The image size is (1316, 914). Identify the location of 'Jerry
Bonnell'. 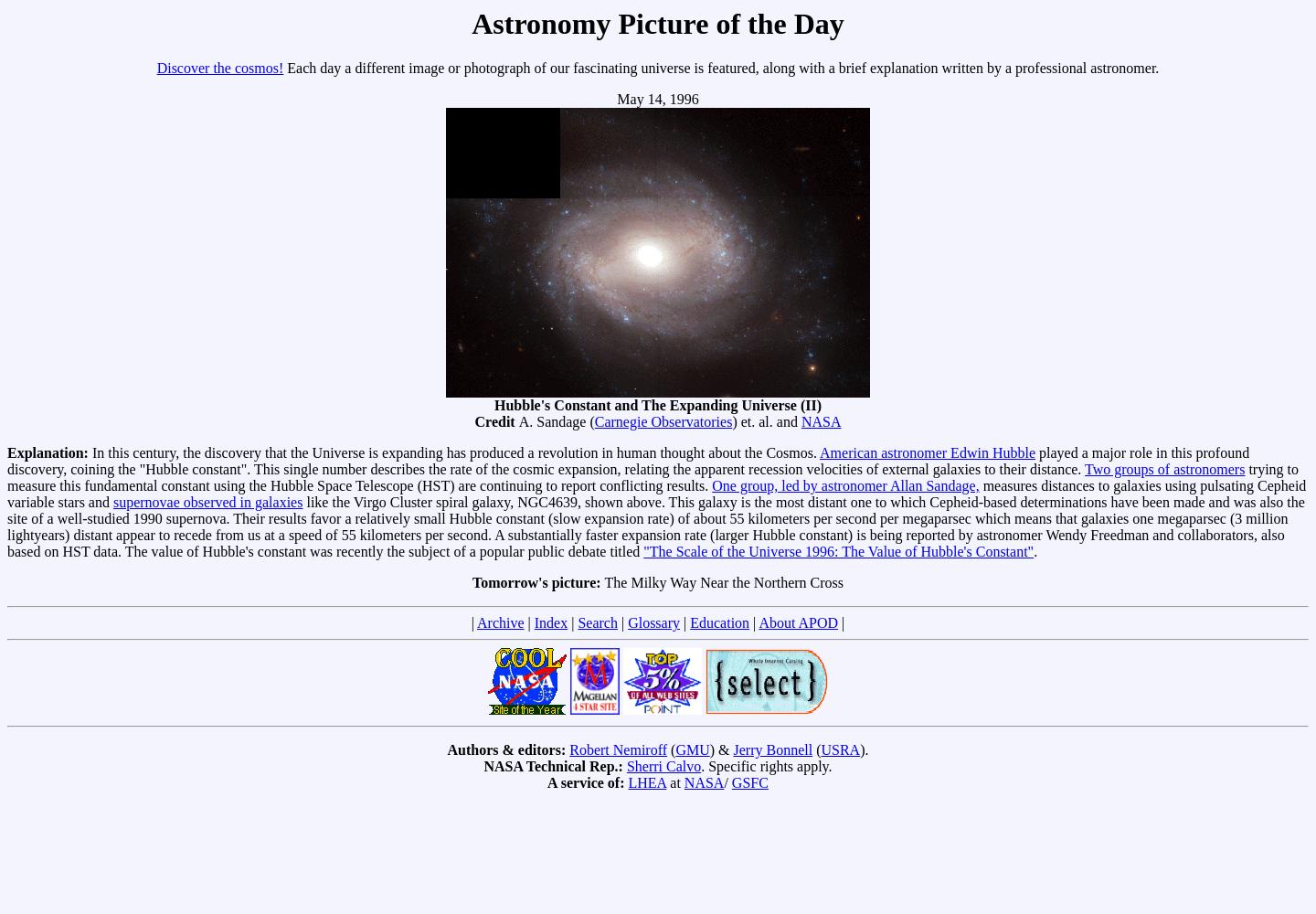
(771, 749).